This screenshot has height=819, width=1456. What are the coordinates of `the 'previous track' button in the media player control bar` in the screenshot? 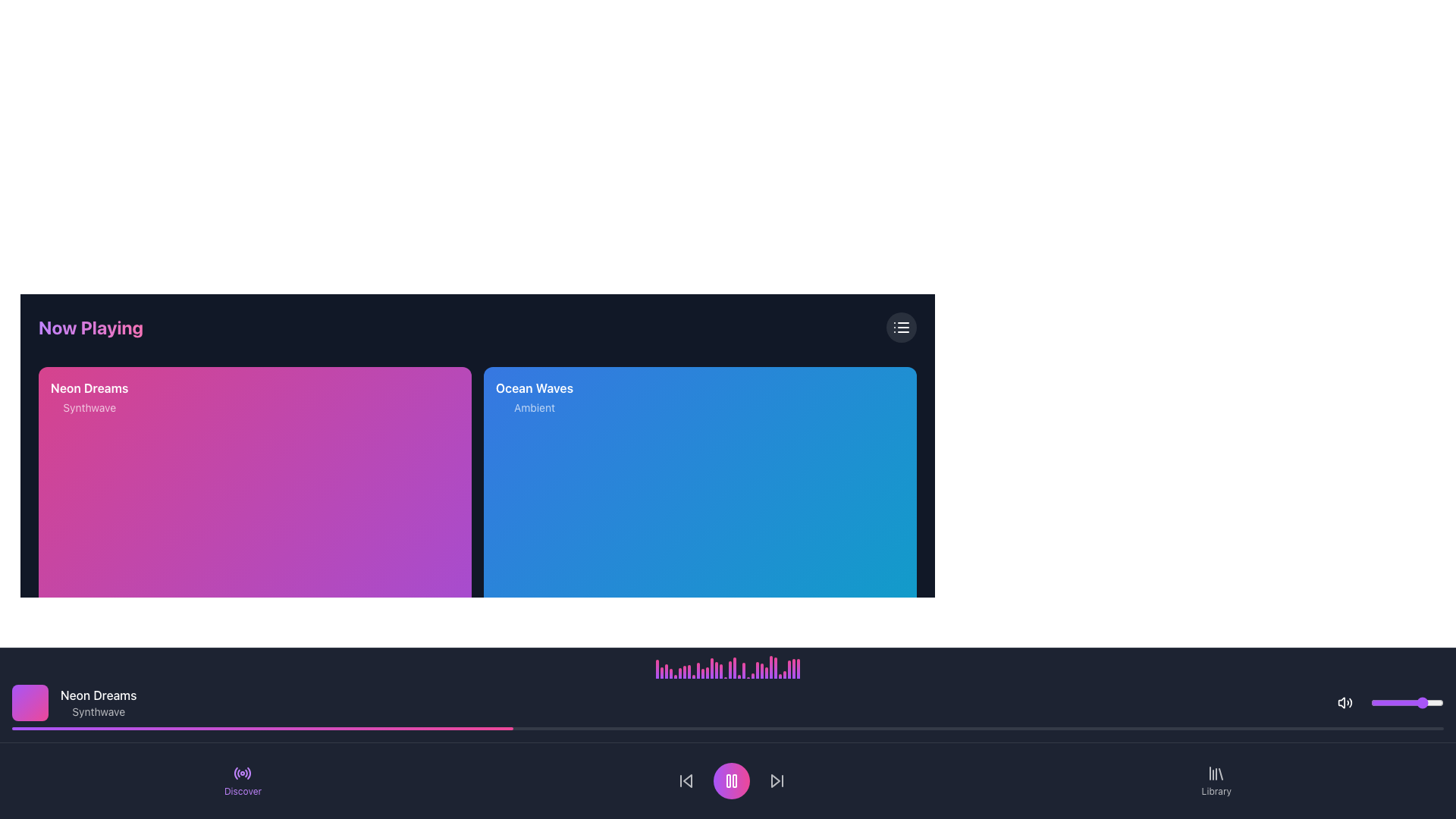 It's located at (686, 780).